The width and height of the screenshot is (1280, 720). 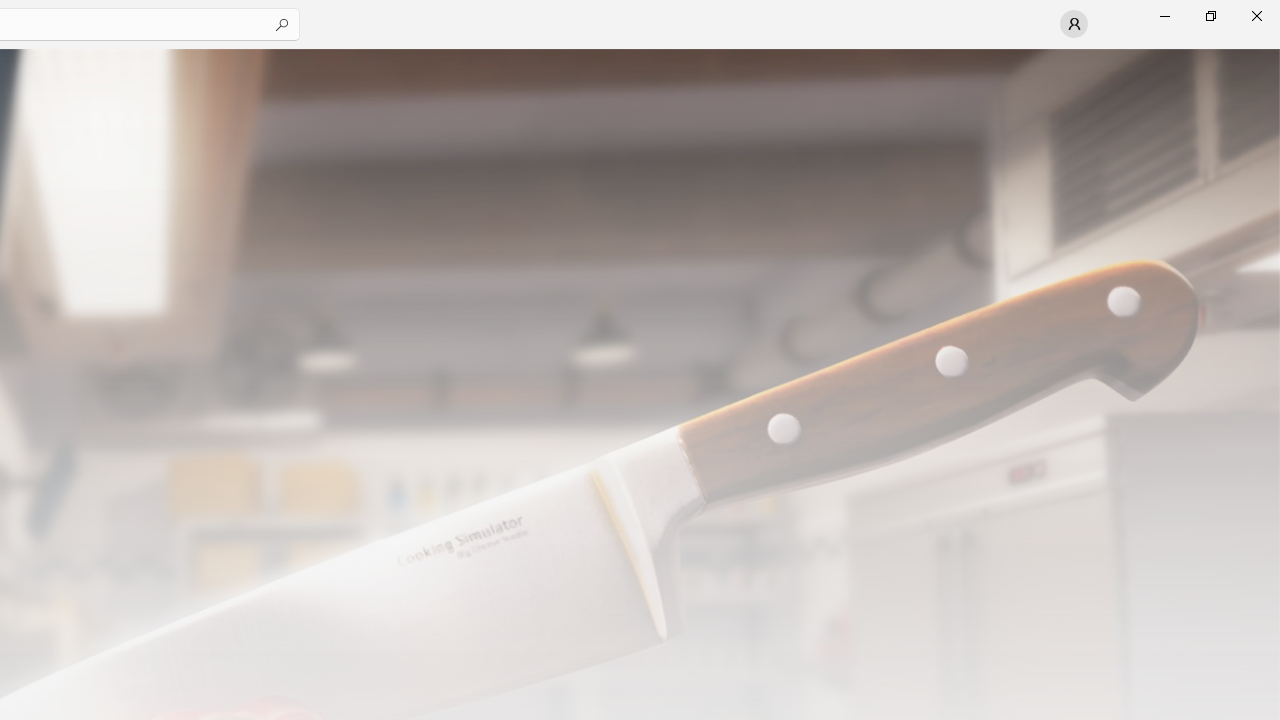 I want to click on 'Restore Microsoft Store', so click(x=1209, y=15).